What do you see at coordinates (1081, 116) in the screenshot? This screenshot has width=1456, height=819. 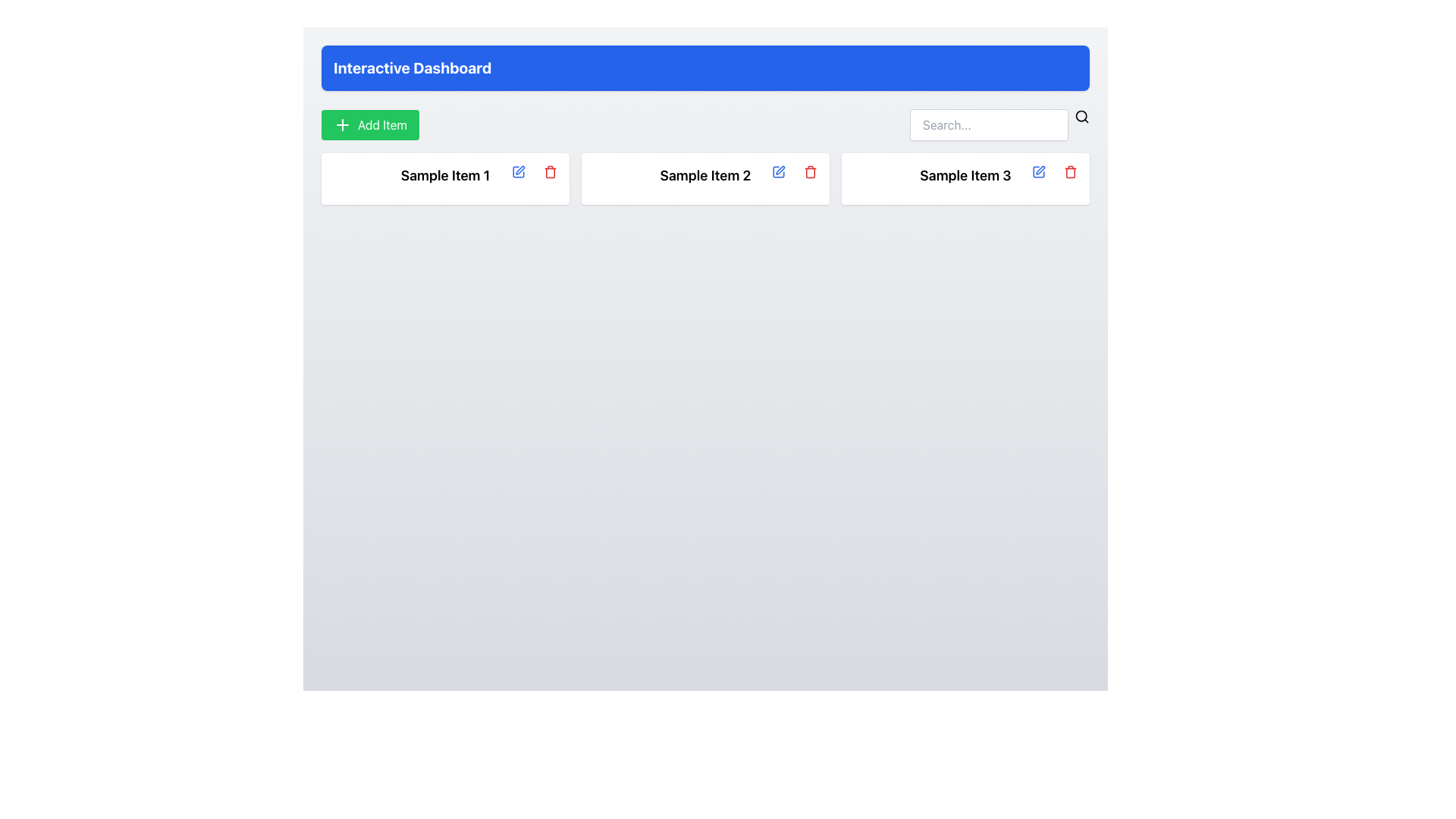 I see `the magnifying glass icon located to the right of the 'Search...' input field for interaction feedback` at bounding box center [1081, 116].